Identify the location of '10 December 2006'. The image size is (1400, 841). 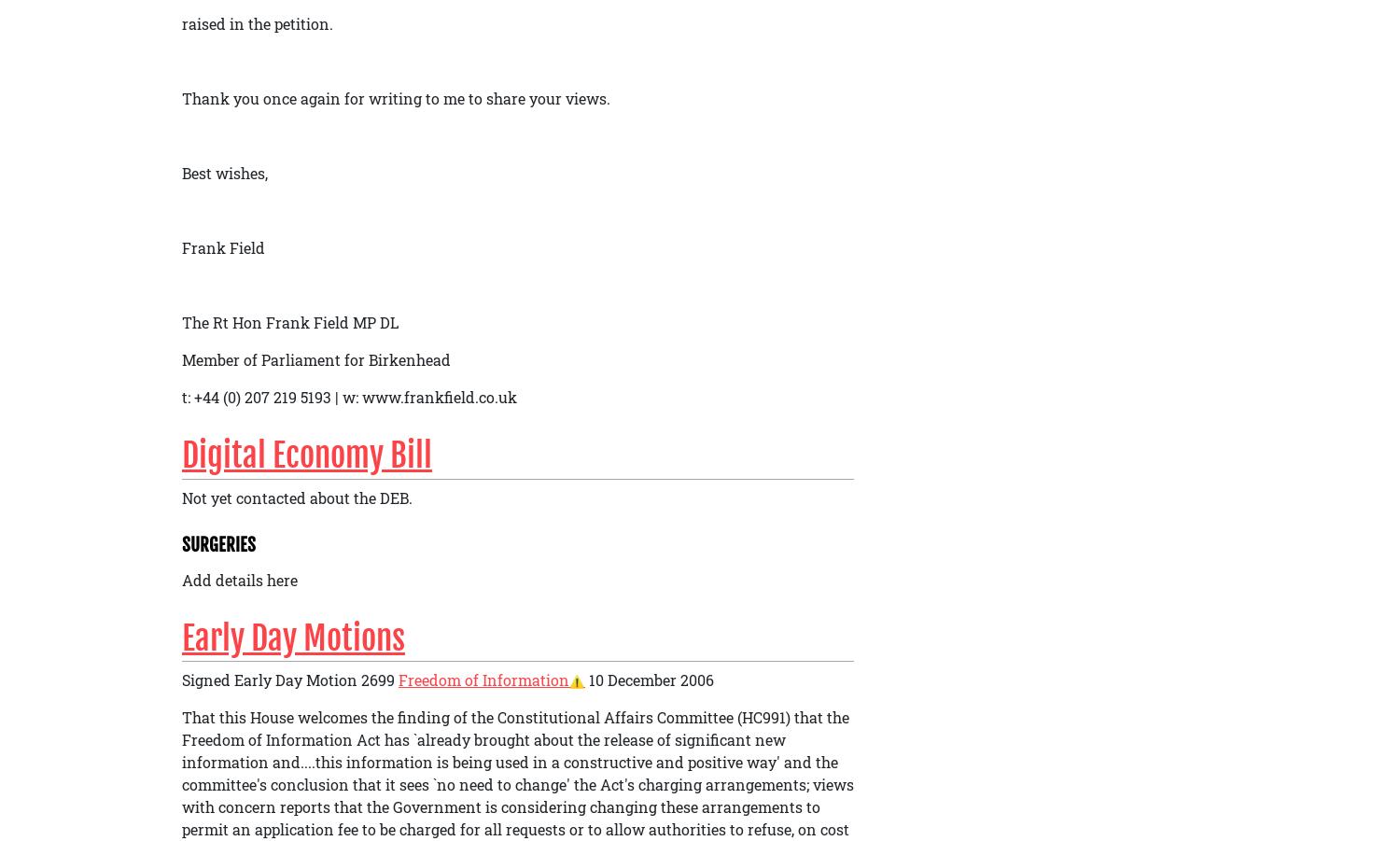
(649, 679).